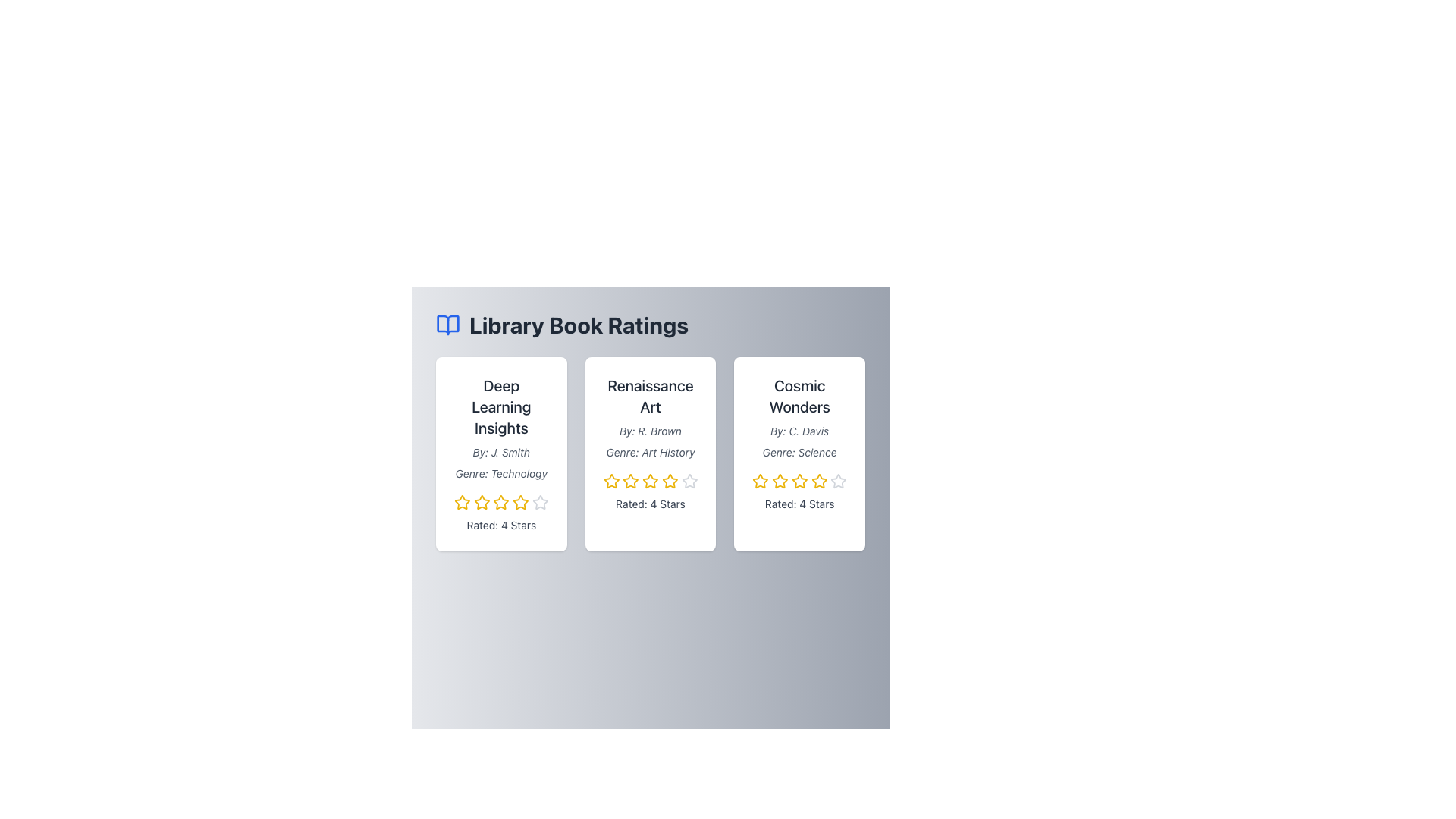 This screenshot has width=1456, height=819. What do you see at coordinates (669, 481) in the screenshot?
I see `the third star icon of the visual rating system for the 'Renaissance Art' card, which is rated at 4 stars` at bounding box center [669, 481].